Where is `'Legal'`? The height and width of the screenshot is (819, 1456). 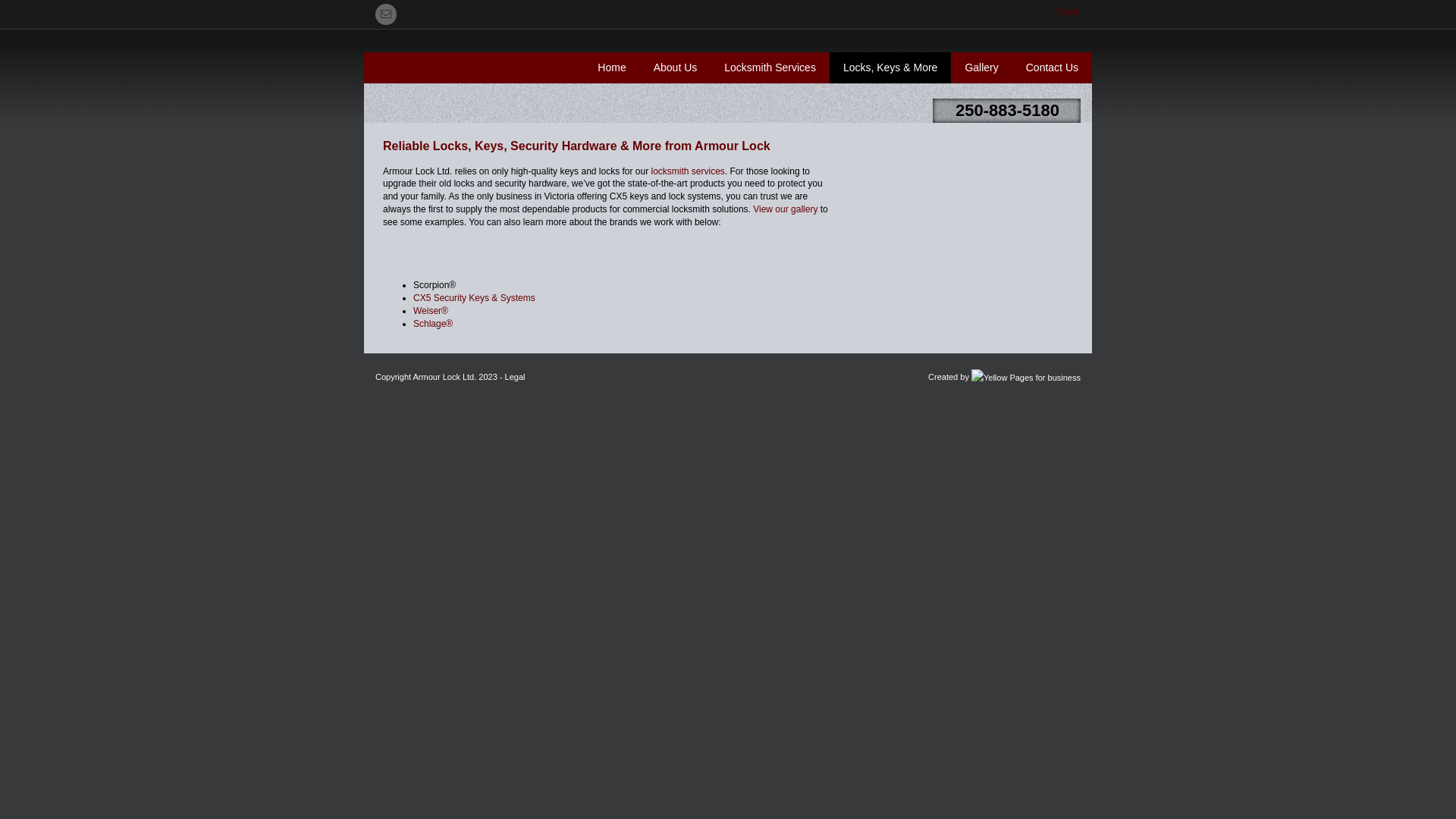 'Legal' is located at coordinates (505, 376).